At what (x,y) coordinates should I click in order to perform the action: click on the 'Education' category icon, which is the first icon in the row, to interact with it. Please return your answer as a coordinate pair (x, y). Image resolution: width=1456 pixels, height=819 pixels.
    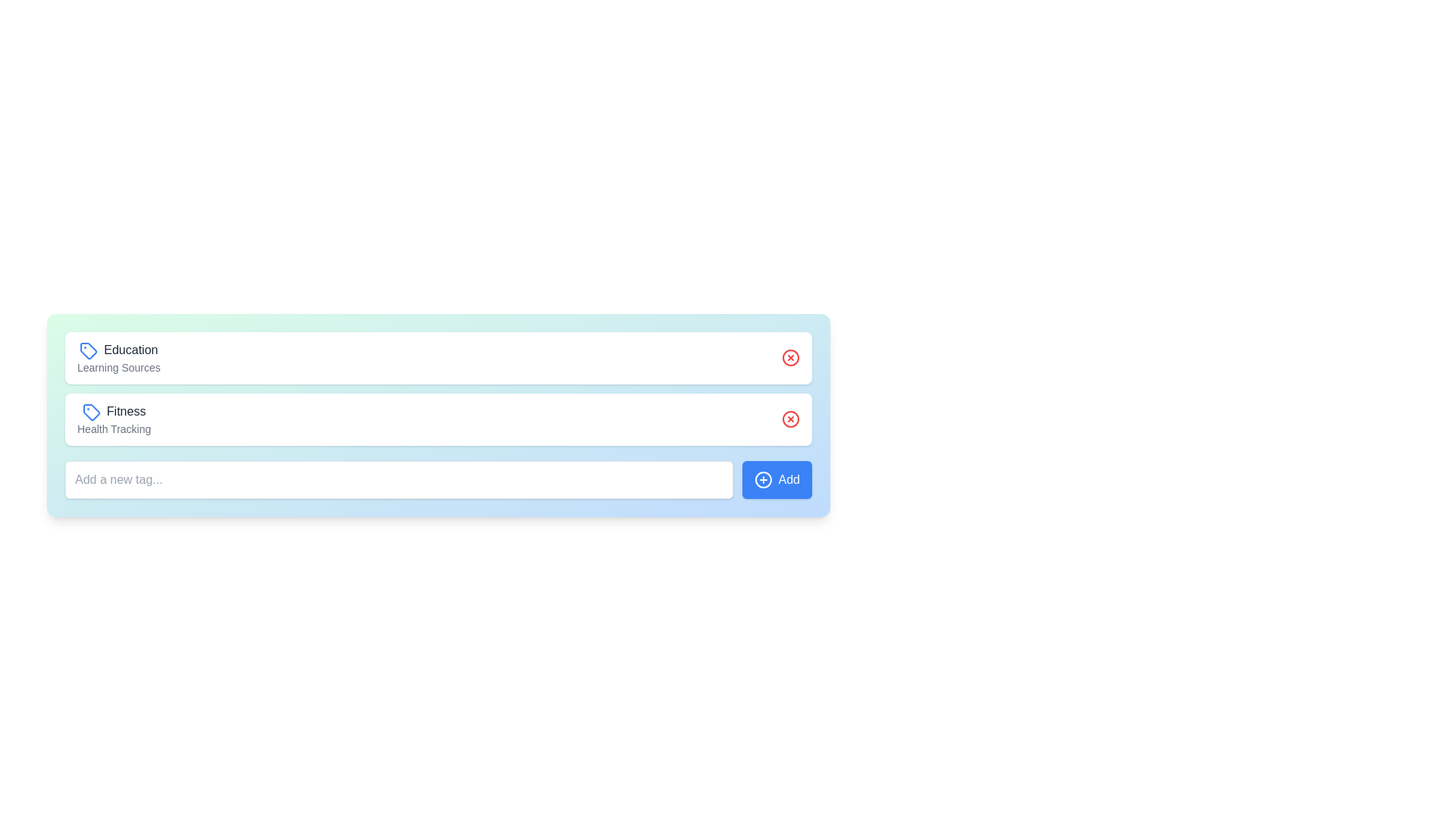
    Looking at the image, I should click on (88, 350).